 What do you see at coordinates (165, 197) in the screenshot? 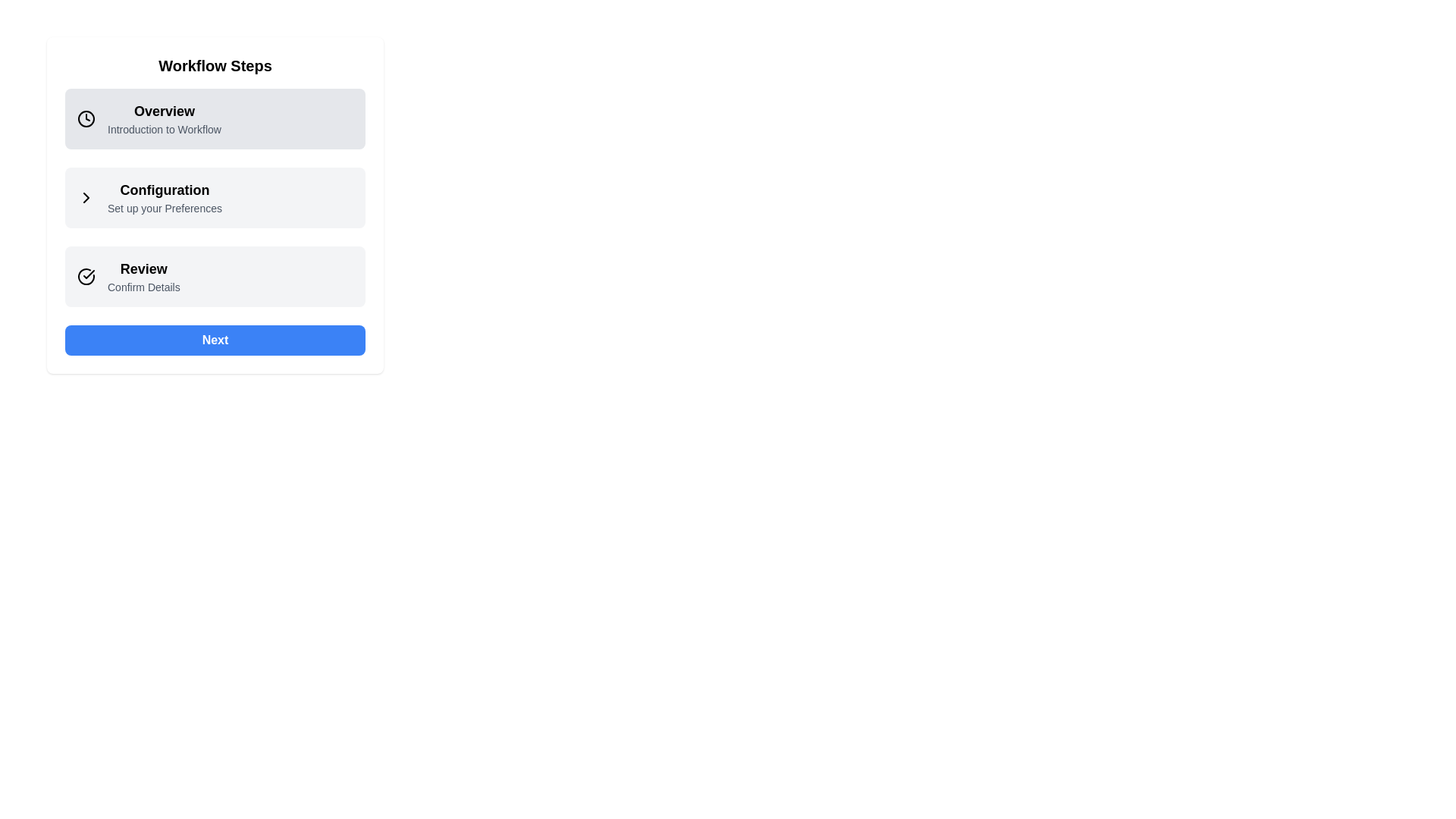
I see `the 'Configuration' text element which features bold, prominently styled text and smaller gray-colored text, located in the second row of the workflow steps panel` at bounding box center [165, 197].